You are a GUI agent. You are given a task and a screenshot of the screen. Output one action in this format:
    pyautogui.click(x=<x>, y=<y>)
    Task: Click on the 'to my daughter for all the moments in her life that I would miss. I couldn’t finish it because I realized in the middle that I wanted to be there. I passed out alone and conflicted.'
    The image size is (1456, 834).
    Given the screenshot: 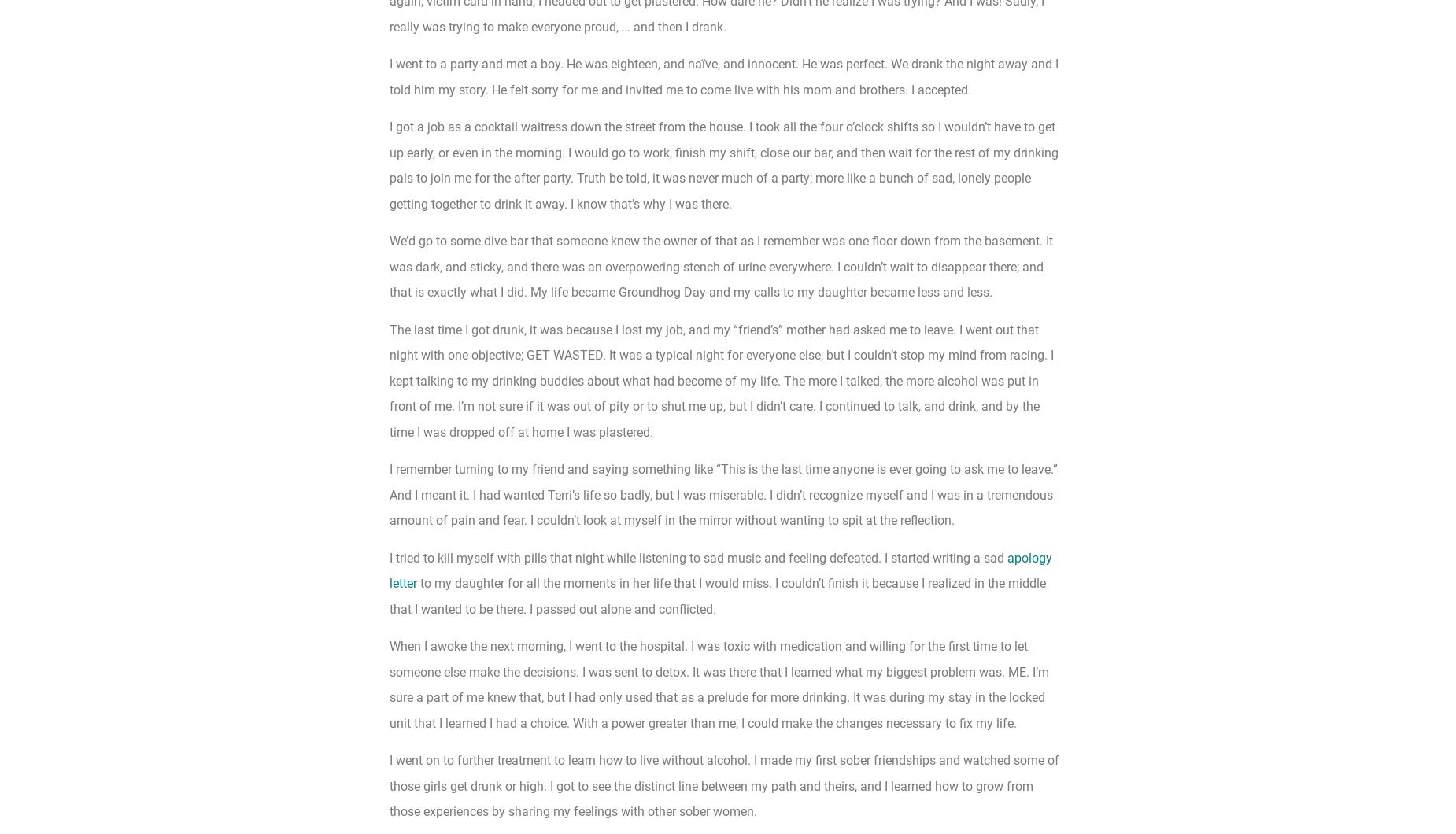 What is the action you would take?
    pyautogui.click(x=718, y=595)
    